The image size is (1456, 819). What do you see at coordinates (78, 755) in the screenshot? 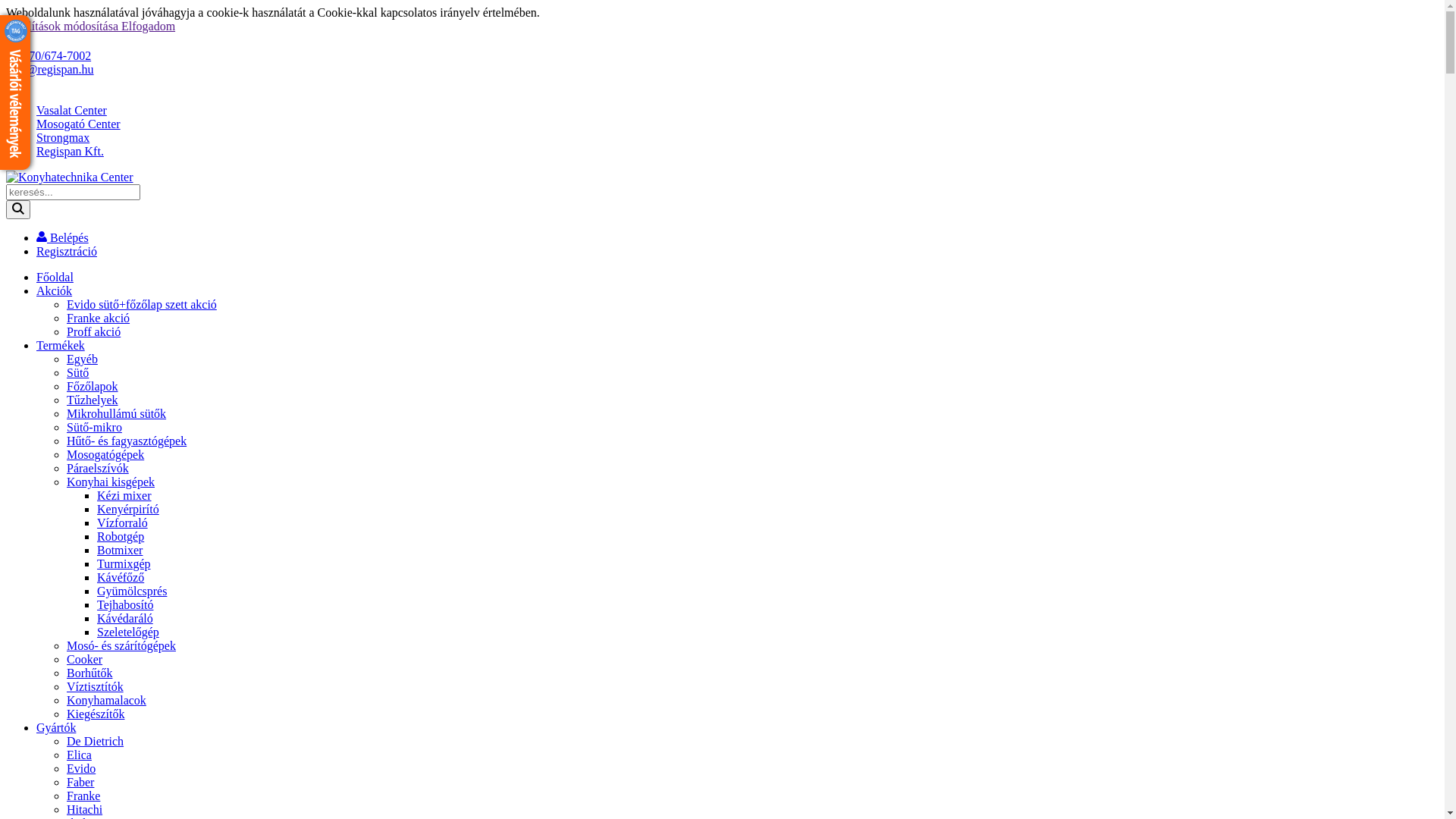
I see `'Elica'` at bounding box center [78, 755].